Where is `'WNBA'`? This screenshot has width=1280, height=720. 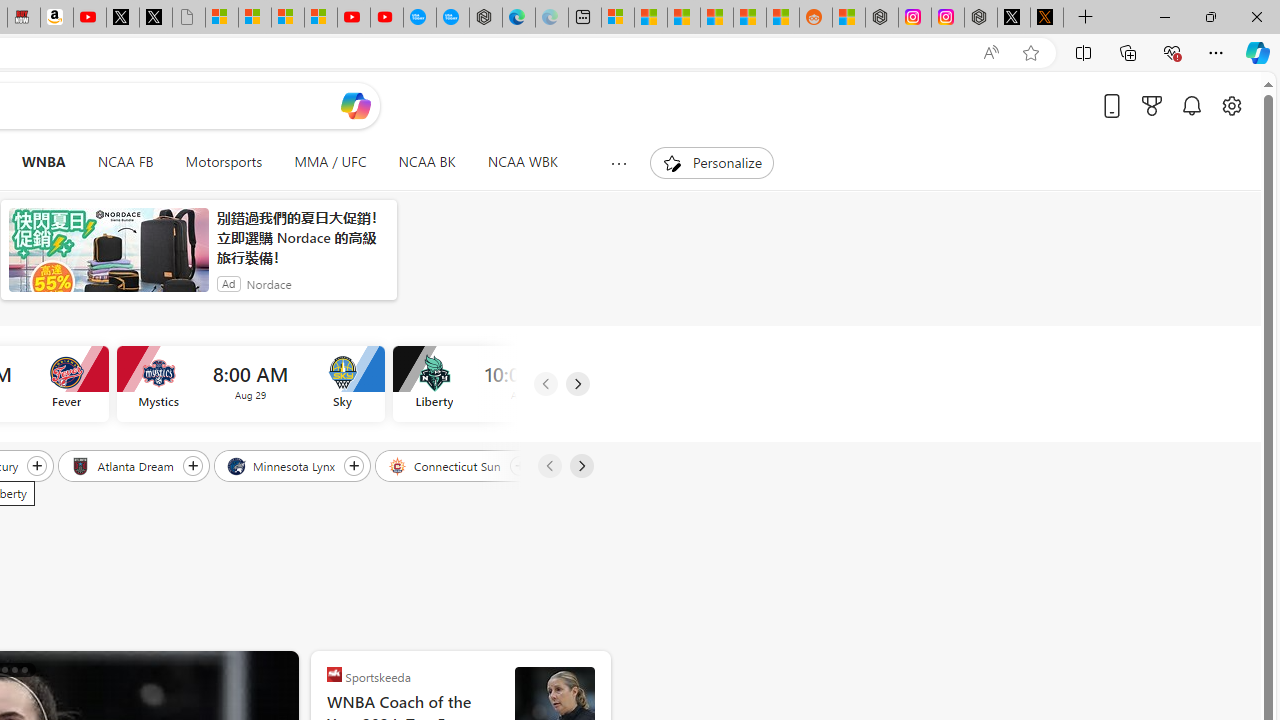 'WNBA' is located at coordinates (43, 162).